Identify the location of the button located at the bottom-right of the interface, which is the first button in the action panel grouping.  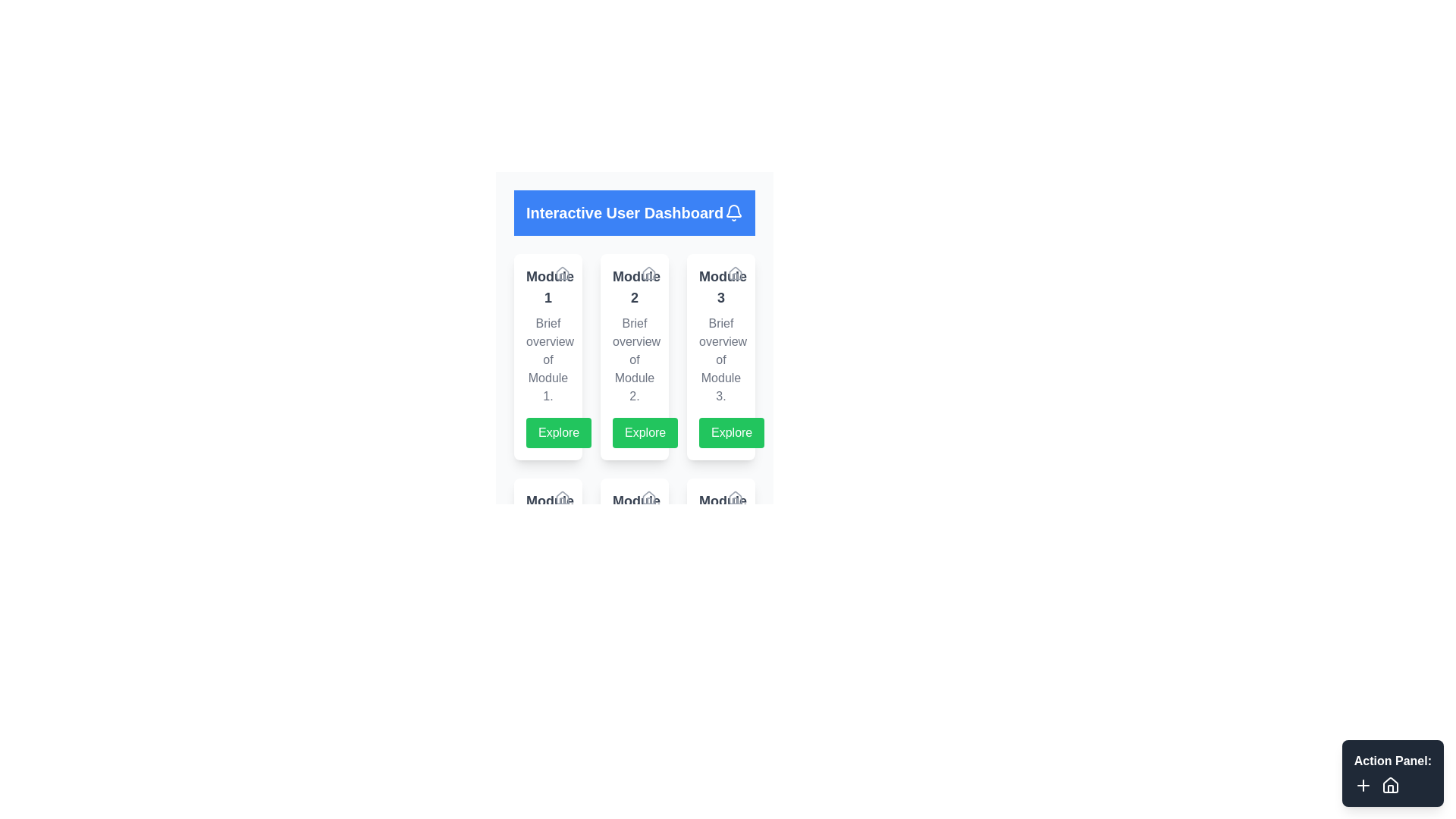
(1363, 785).